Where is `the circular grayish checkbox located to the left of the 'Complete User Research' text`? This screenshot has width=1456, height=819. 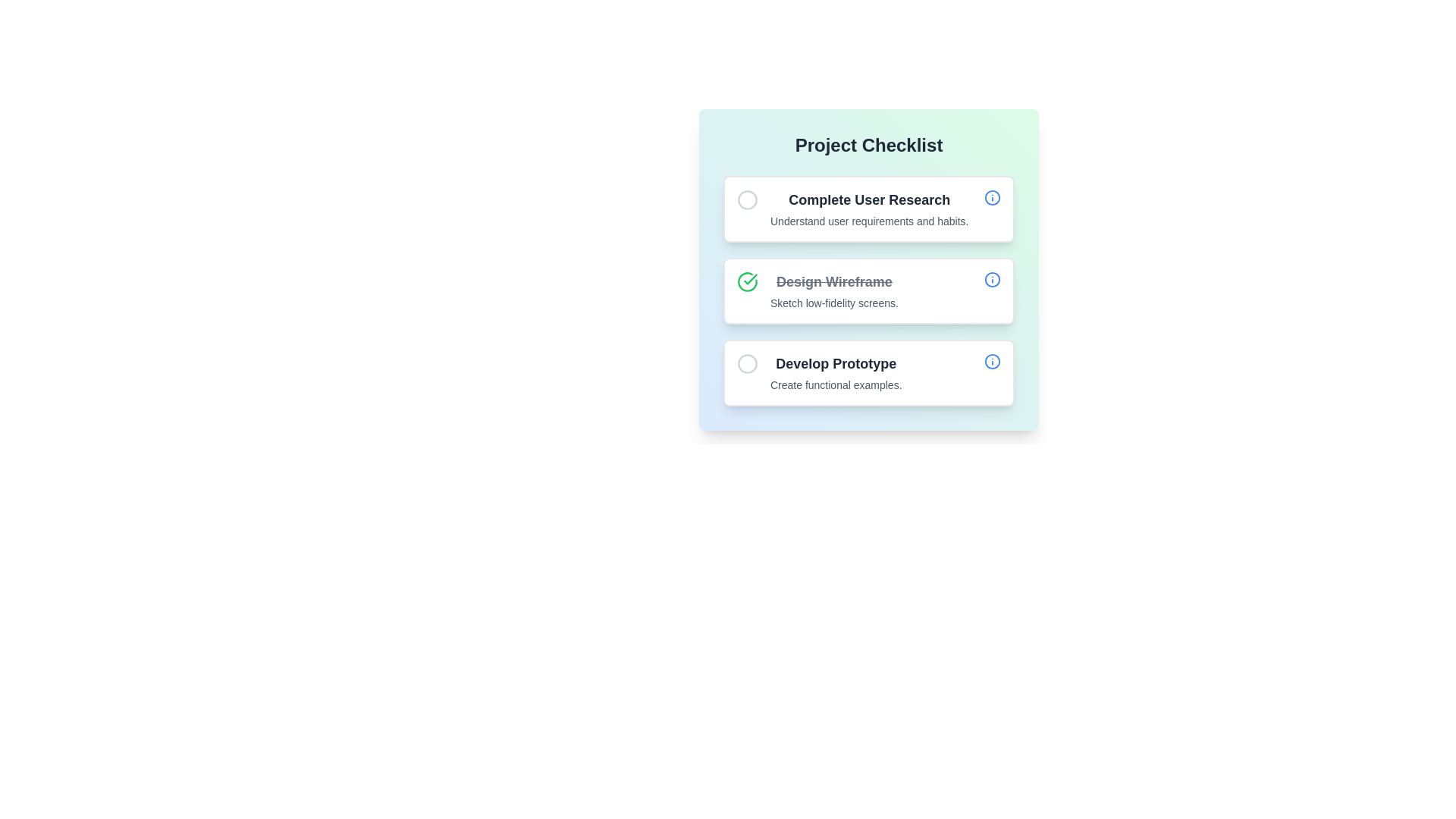
the circular grayish checkbox located to the left of the 'Complete User Research' text is located at coordinates (747, 199).